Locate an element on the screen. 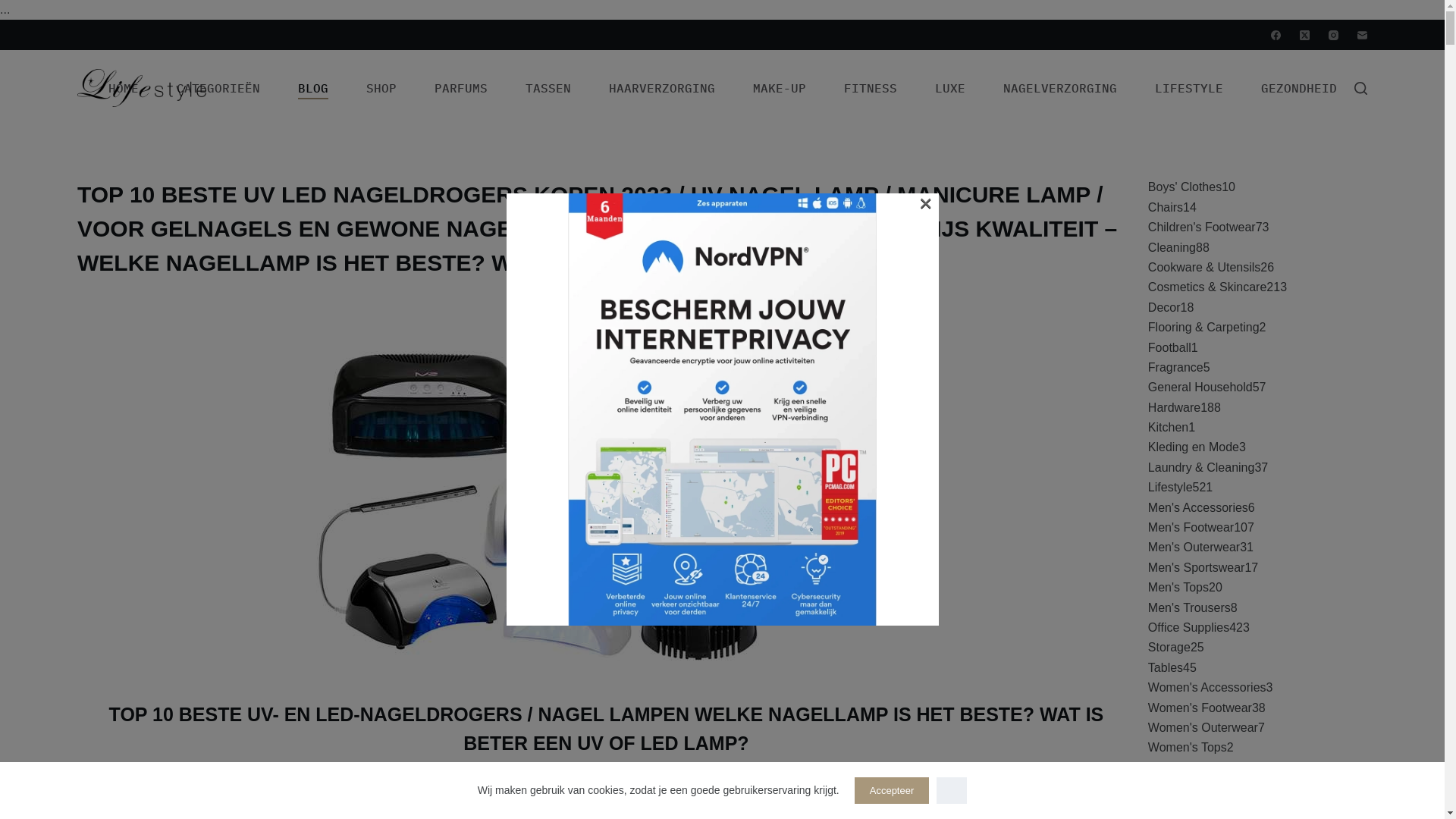  'LUXE' is located at coordinates (949, 87).